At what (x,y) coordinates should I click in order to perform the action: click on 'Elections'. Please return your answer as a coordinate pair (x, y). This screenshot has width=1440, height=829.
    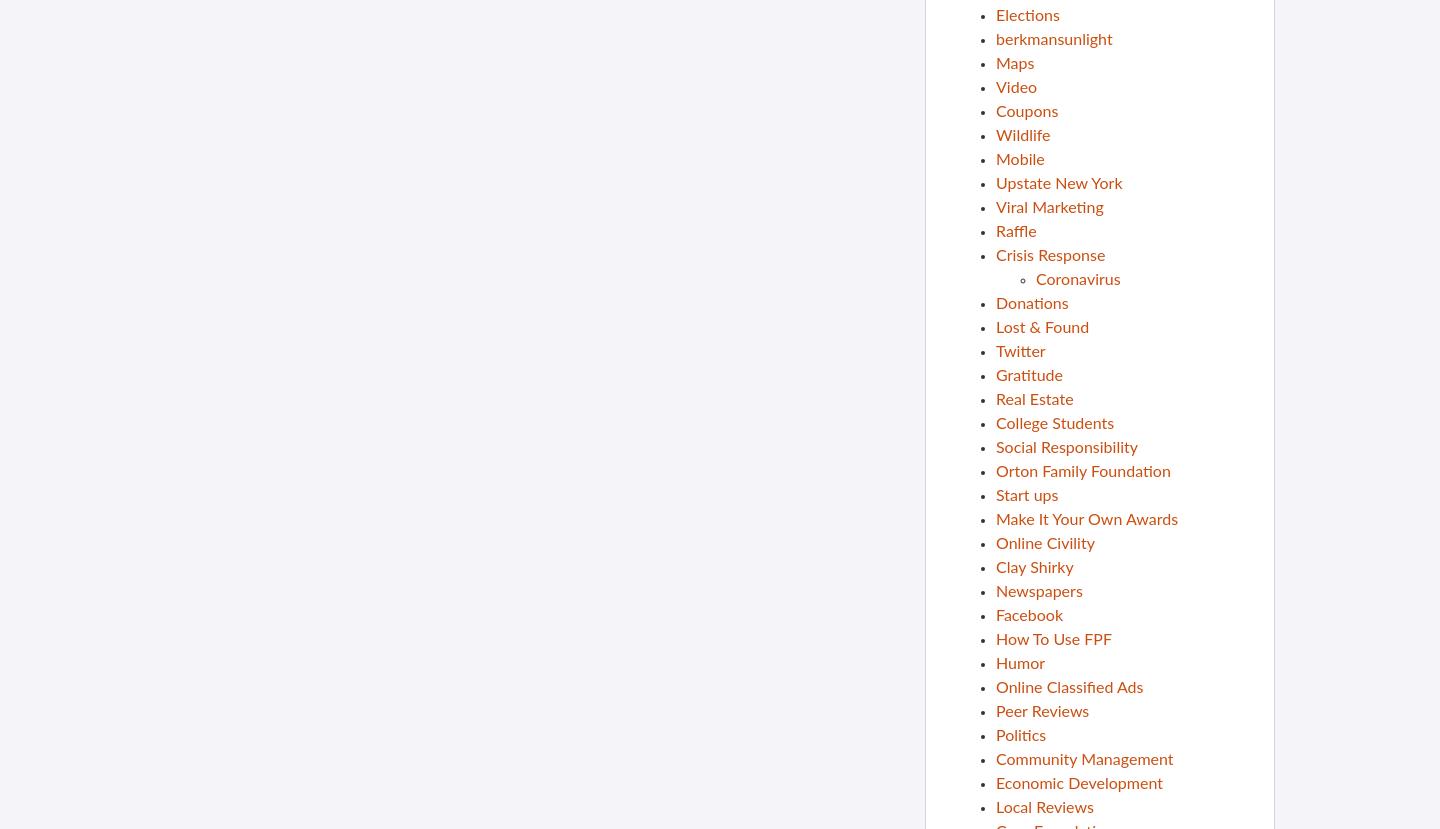
    Looking at the image, I should click on (1027, 15).